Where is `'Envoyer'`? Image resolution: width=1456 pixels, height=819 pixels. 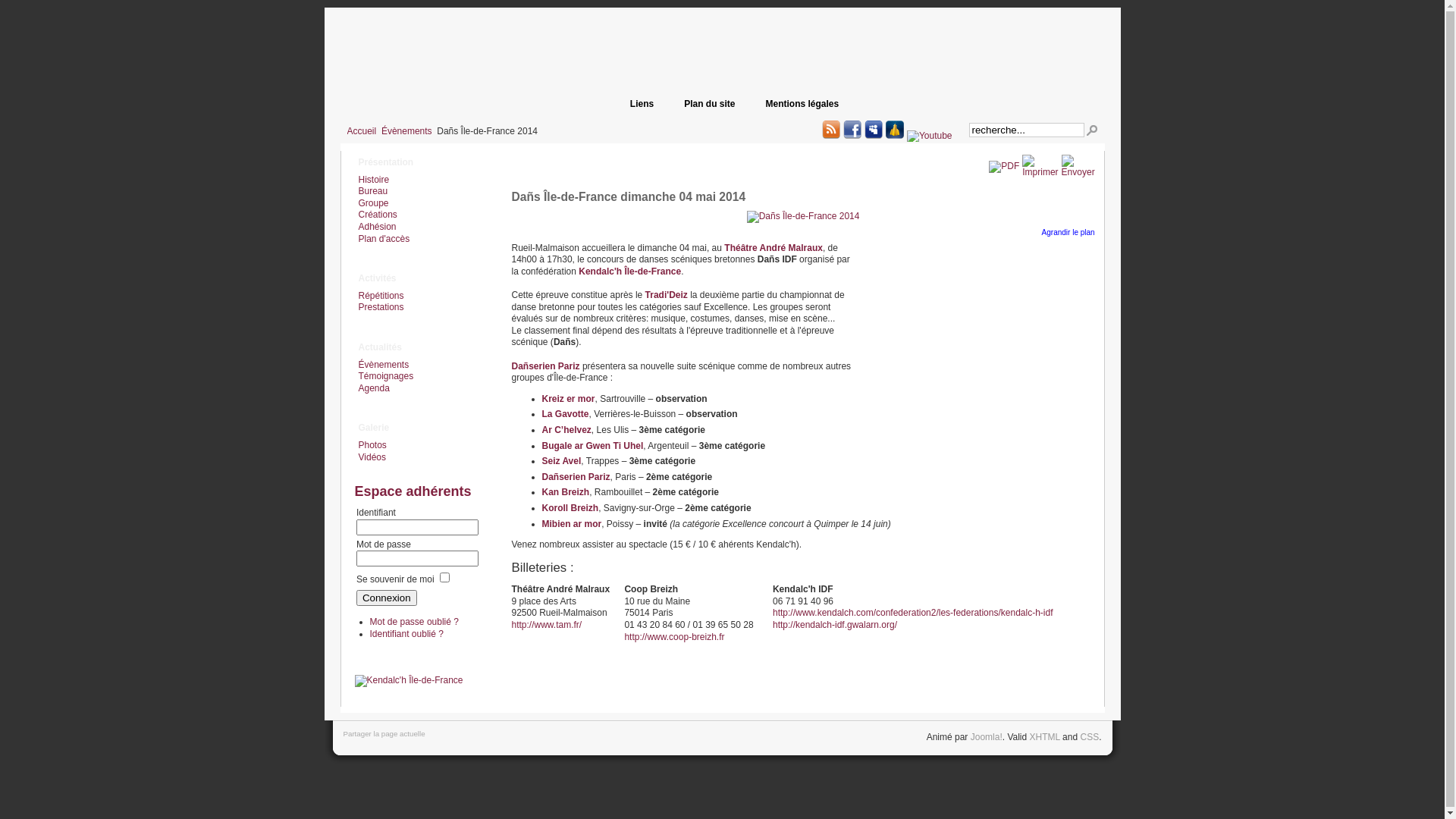 'Envoyer' is located at coordinates (1061, 171).